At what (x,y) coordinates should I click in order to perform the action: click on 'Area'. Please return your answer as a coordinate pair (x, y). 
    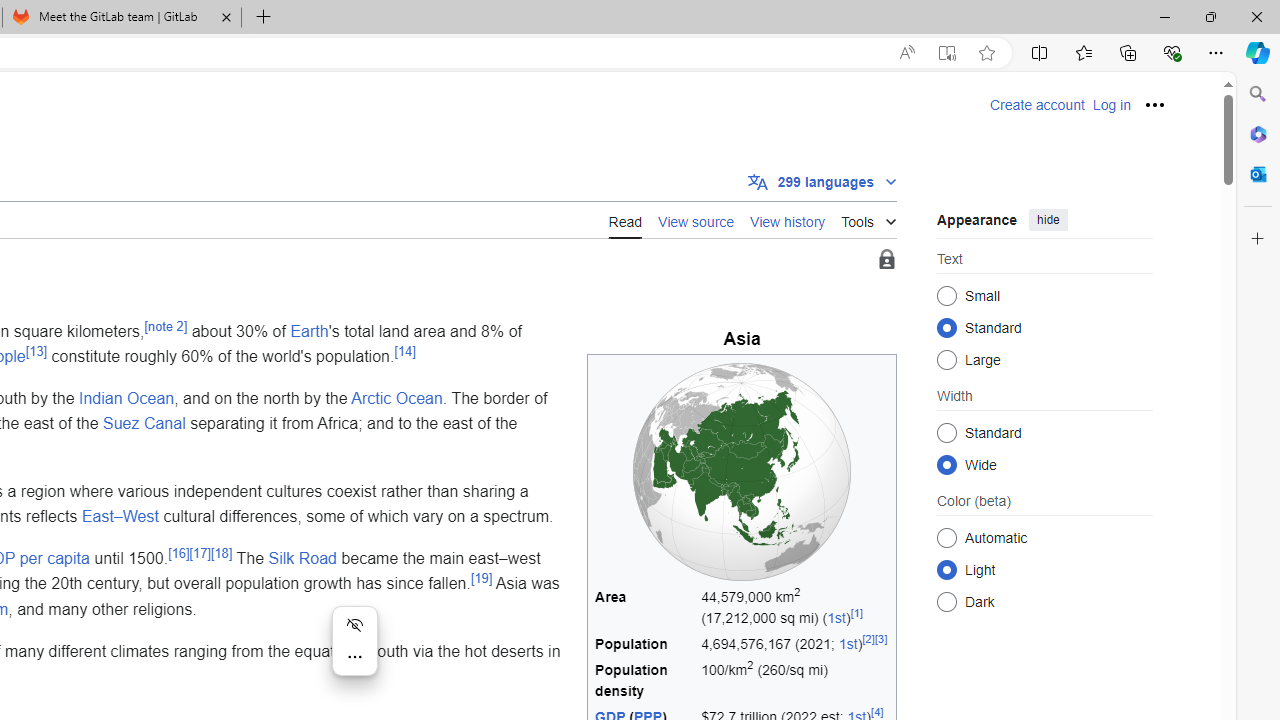
    Looking at the image, I should click on (645, 606).